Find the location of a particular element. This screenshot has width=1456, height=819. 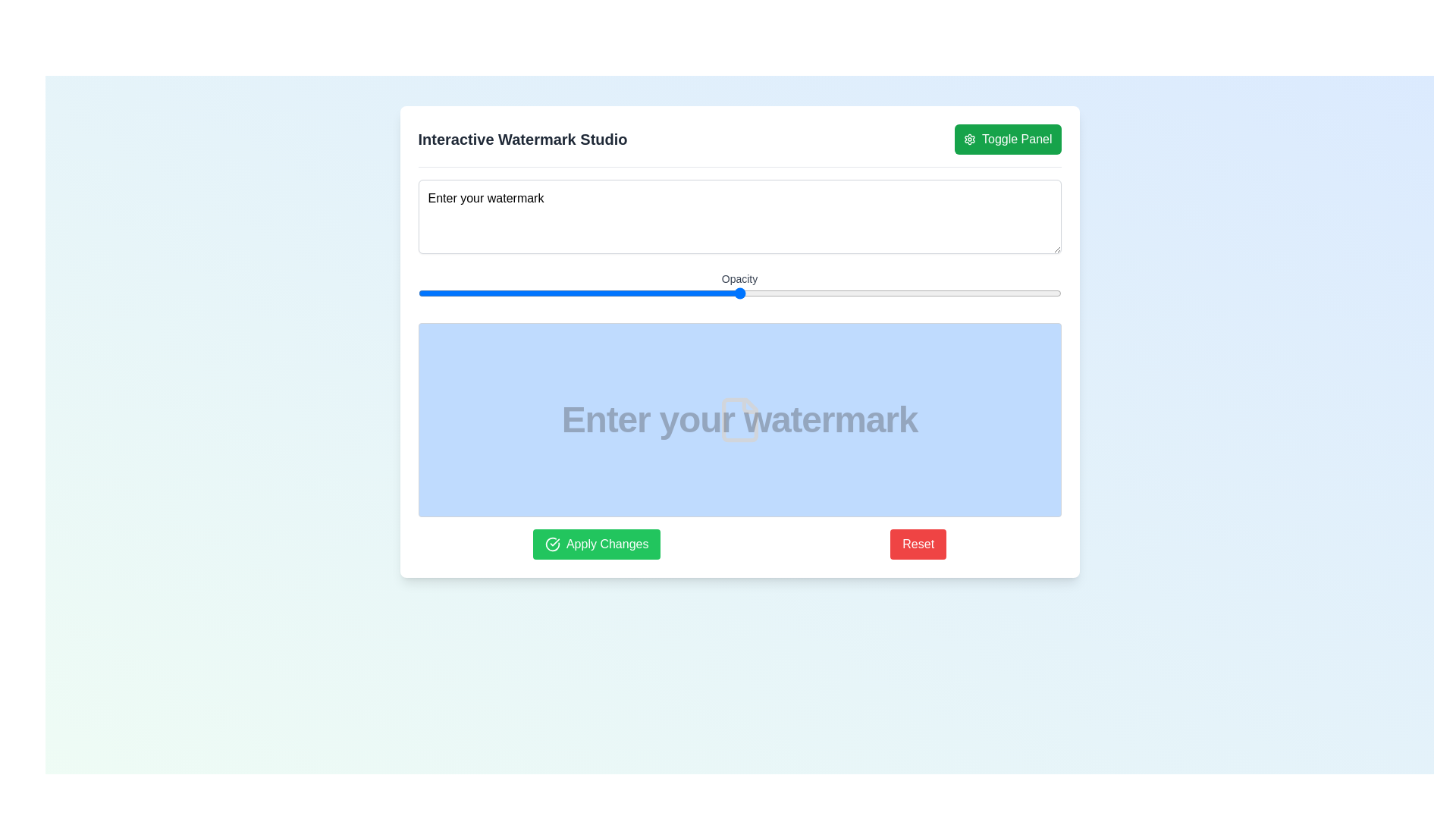

the watermark text element, which is centrally positioned within a blue background area and serves as a guide for user input is located at coordinates (739, 420).